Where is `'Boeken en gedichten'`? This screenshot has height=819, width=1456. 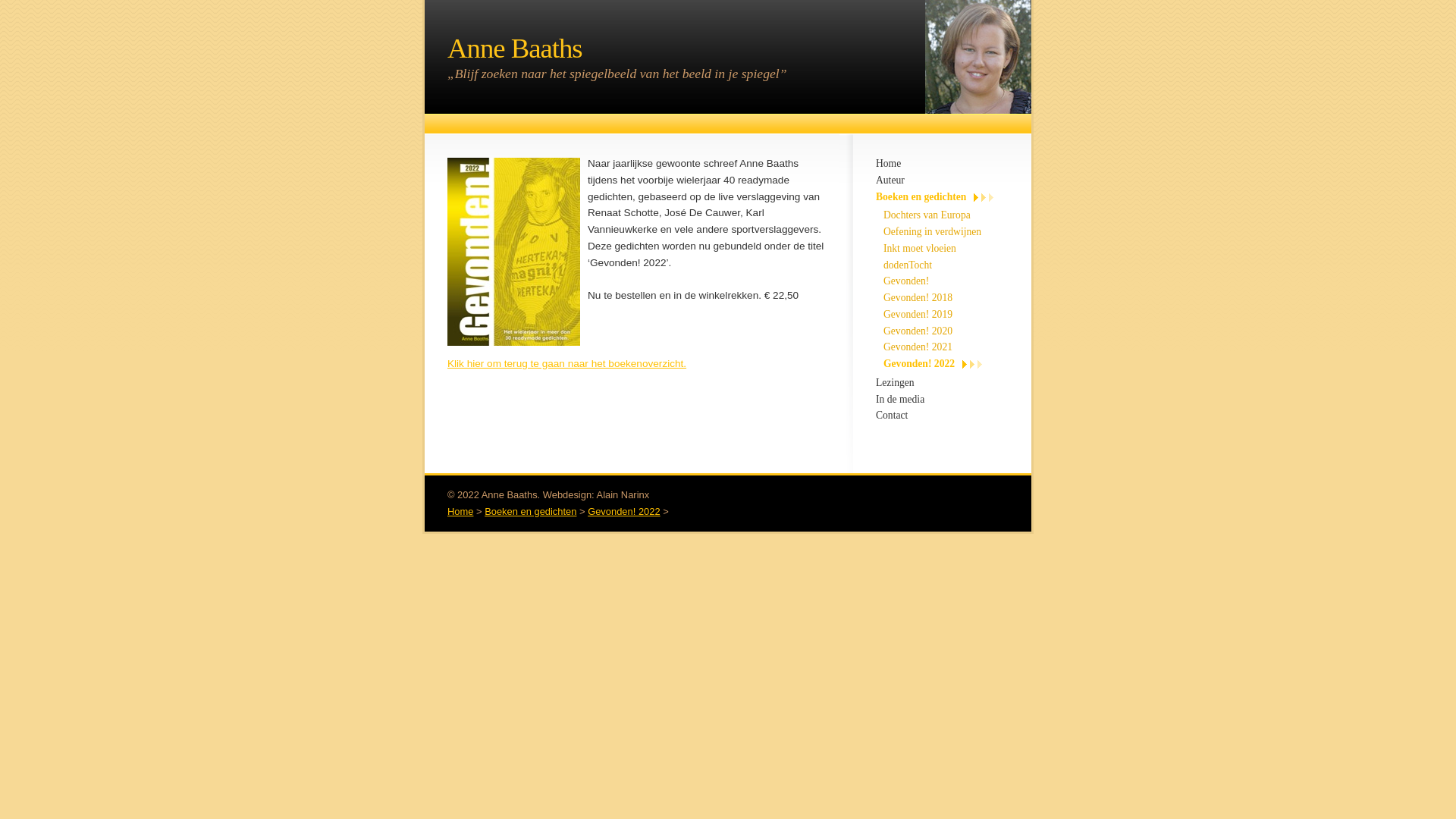
'Boeken en gedichten' is located at coordinates (876, 196).